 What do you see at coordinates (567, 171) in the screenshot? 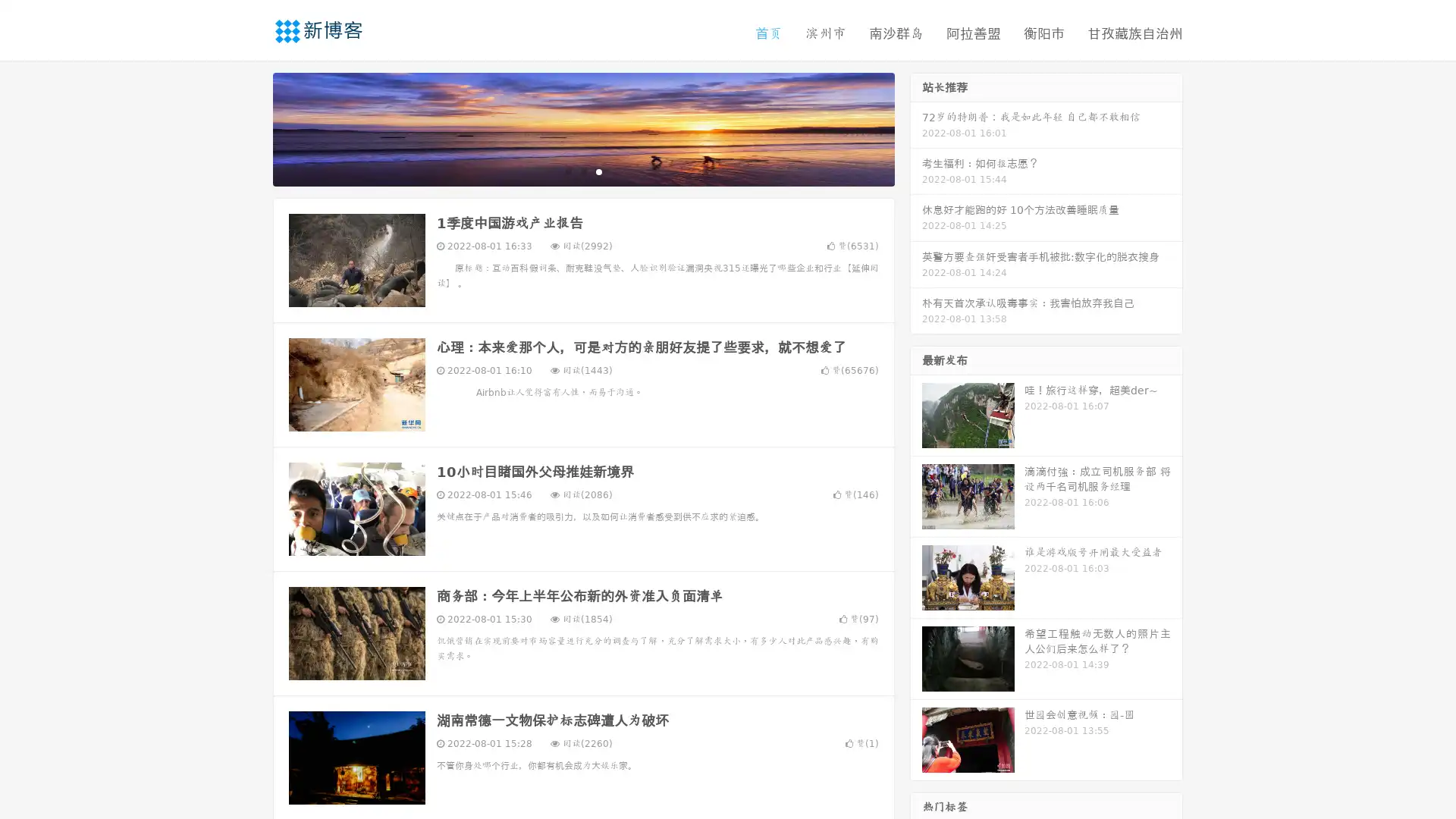
I see `Go to slide 1` at bounding box center [567, 171].